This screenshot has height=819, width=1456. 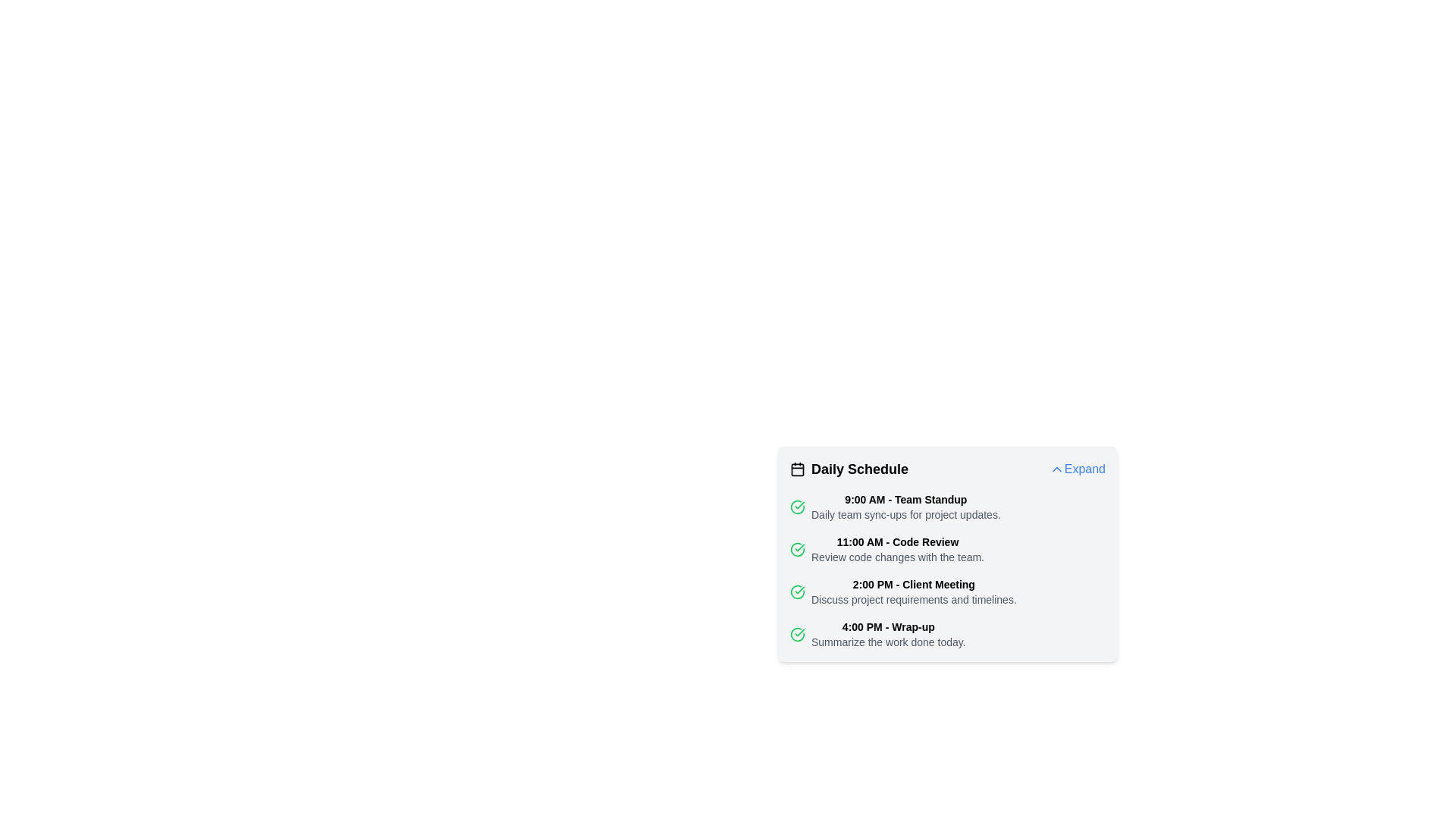 I want to click on the third list item representing the schedule entry '2:00 PM - Client Meeting', which includes a green check icon indicating completion, so click(x=946, y=591).